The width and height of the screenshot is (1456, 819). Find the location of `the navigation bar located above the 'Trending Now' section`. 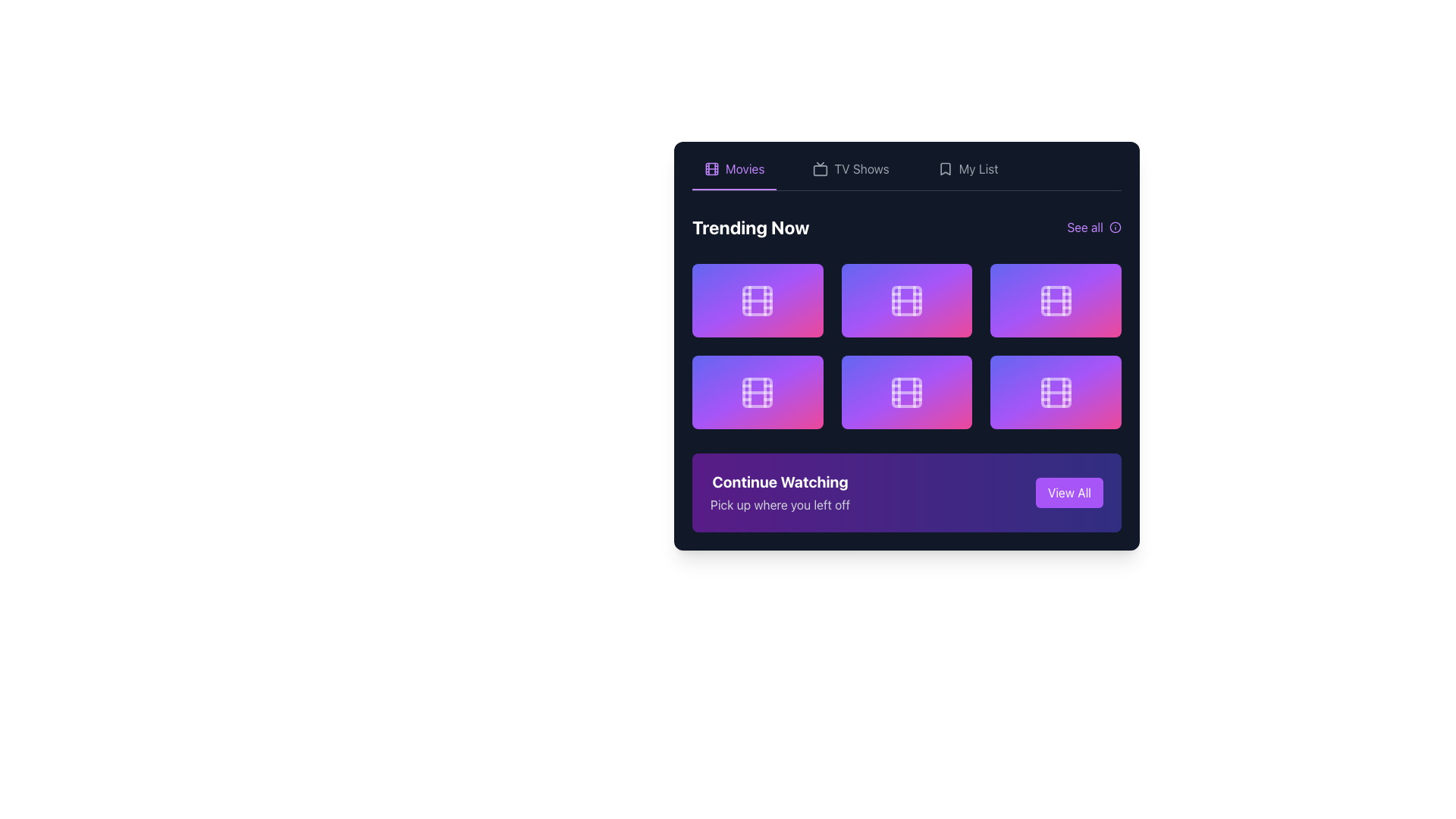

the navigation bar located above the 'Trending Now' section is located at coordinates (906, 174).